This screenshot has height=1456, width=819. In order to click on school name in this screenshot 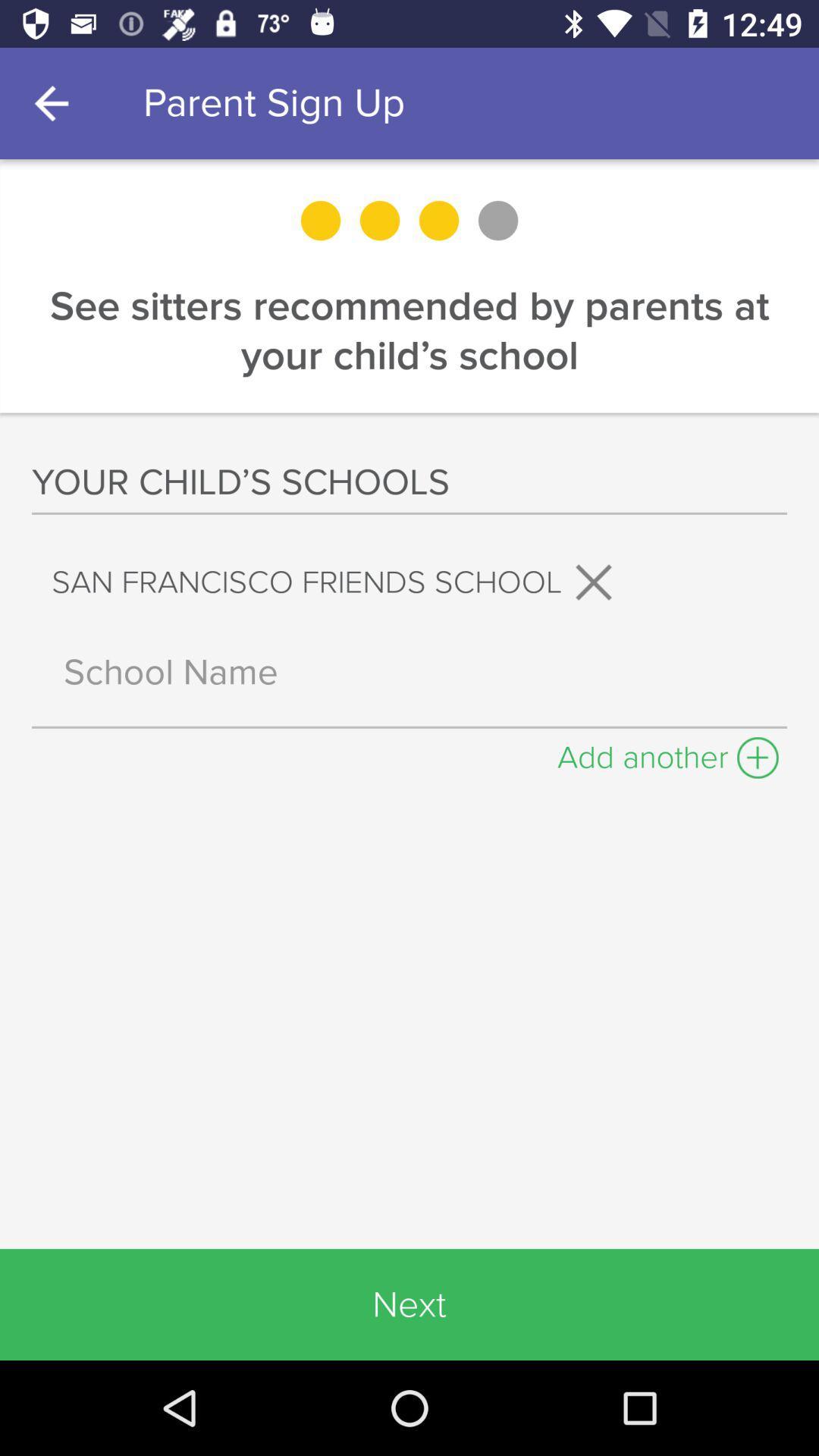, I will do `click(409, 671)`.